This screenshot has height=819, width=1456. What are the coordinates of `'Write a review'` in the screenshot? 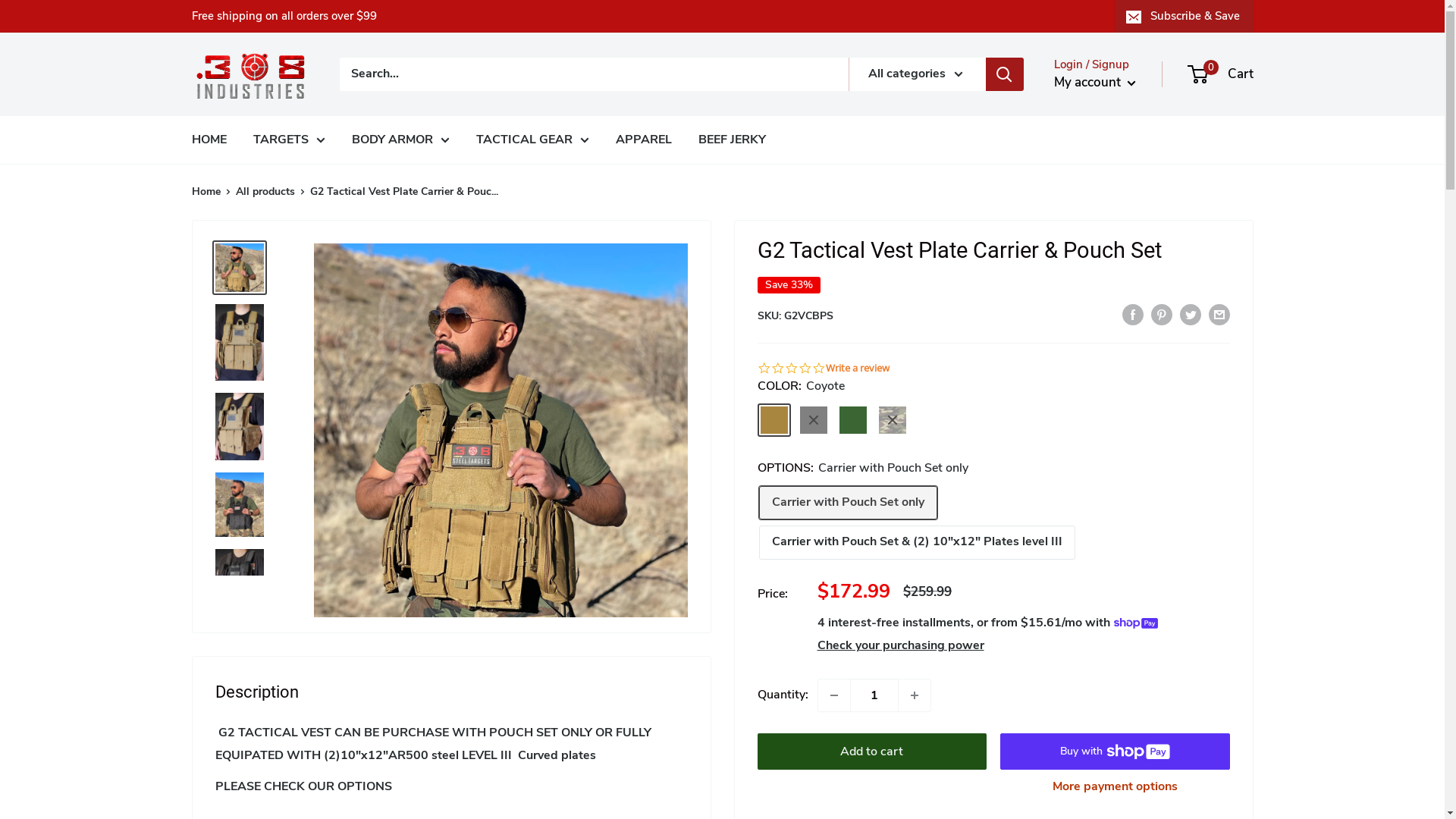 It's located at (856, 369).